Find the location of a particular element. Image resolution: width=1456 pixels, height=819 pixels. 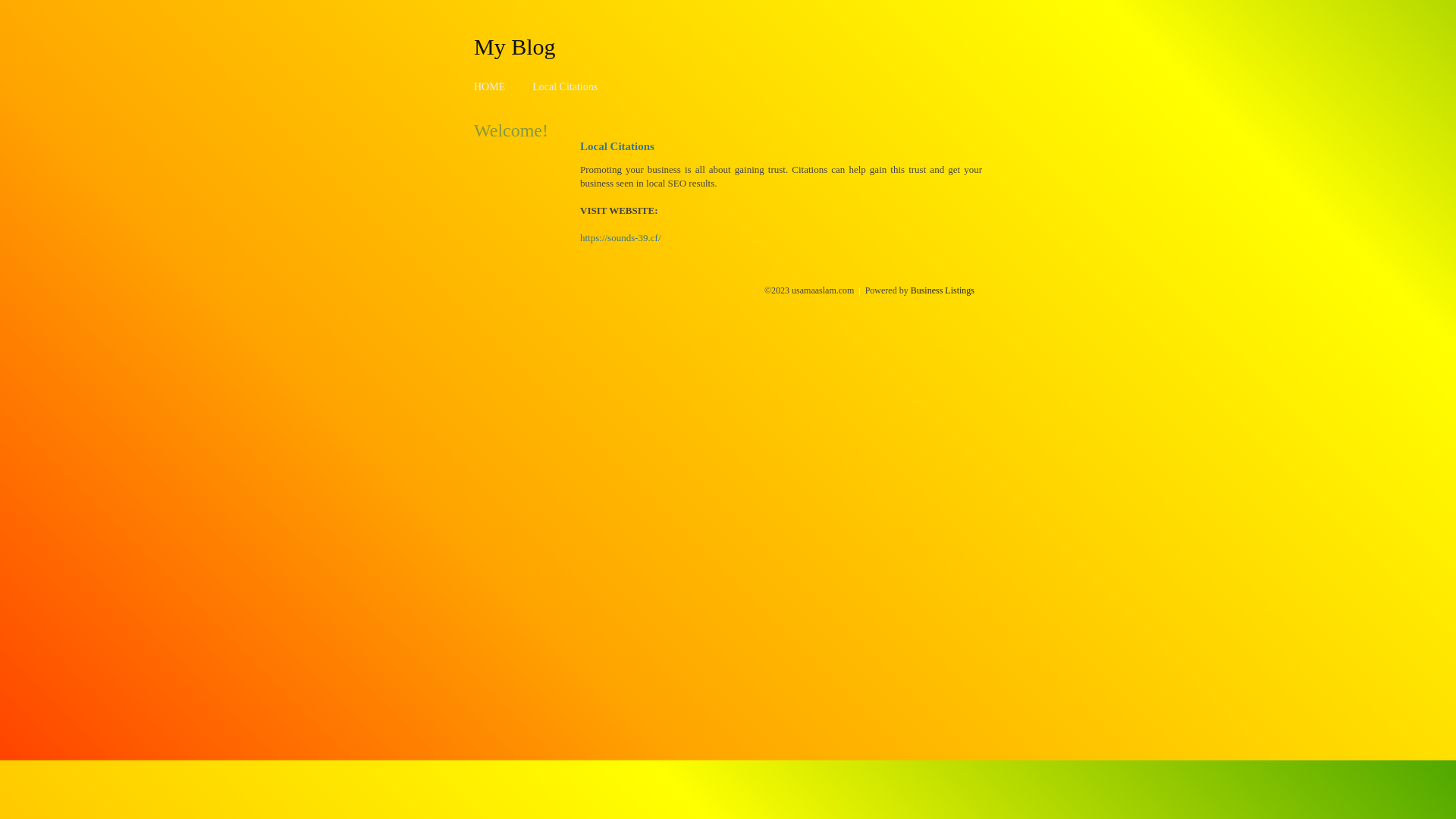

'HOME' is located at coordinates (489, 86).